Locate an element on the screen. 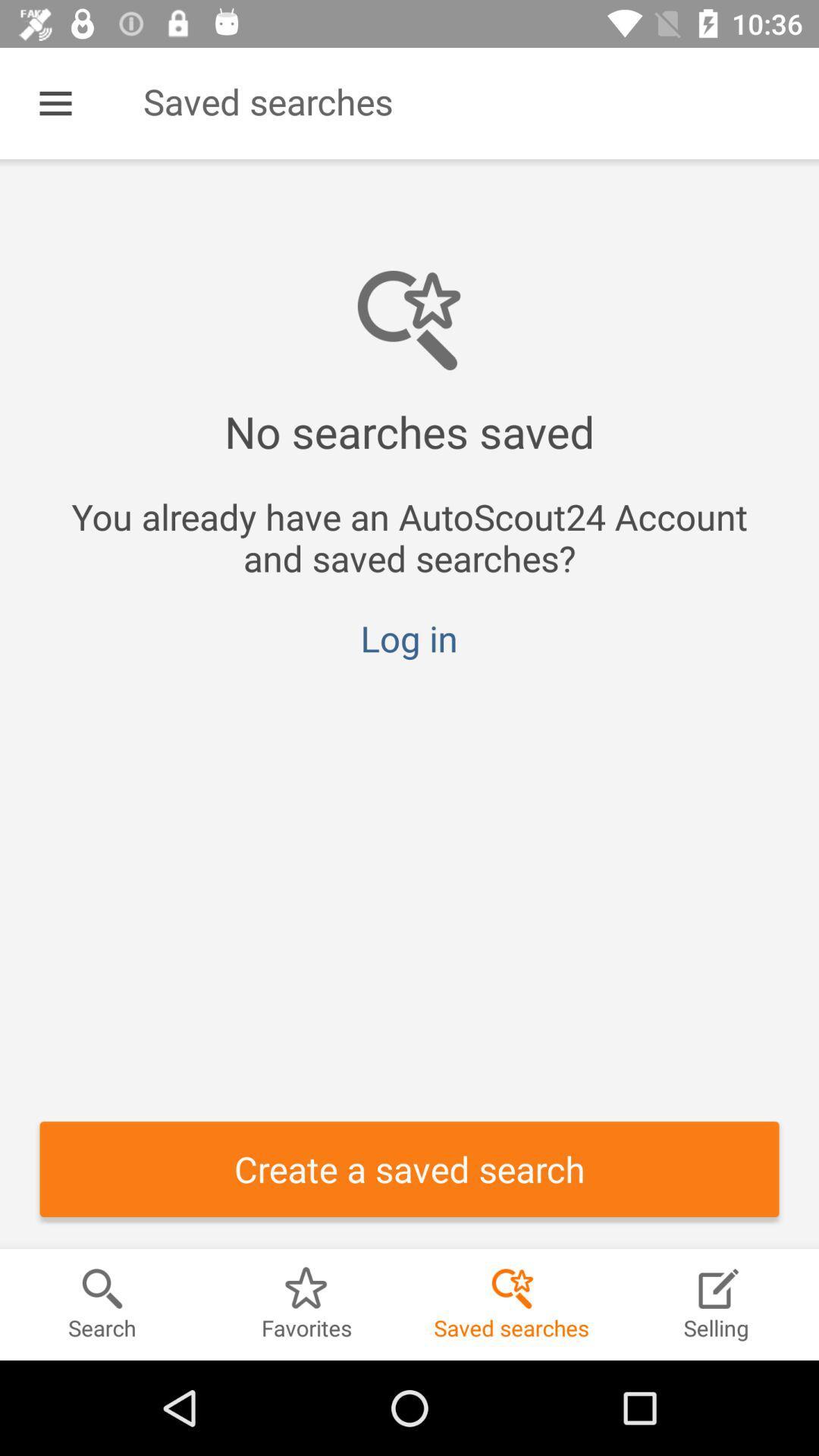  log in item is located at coordinates (408, 638).